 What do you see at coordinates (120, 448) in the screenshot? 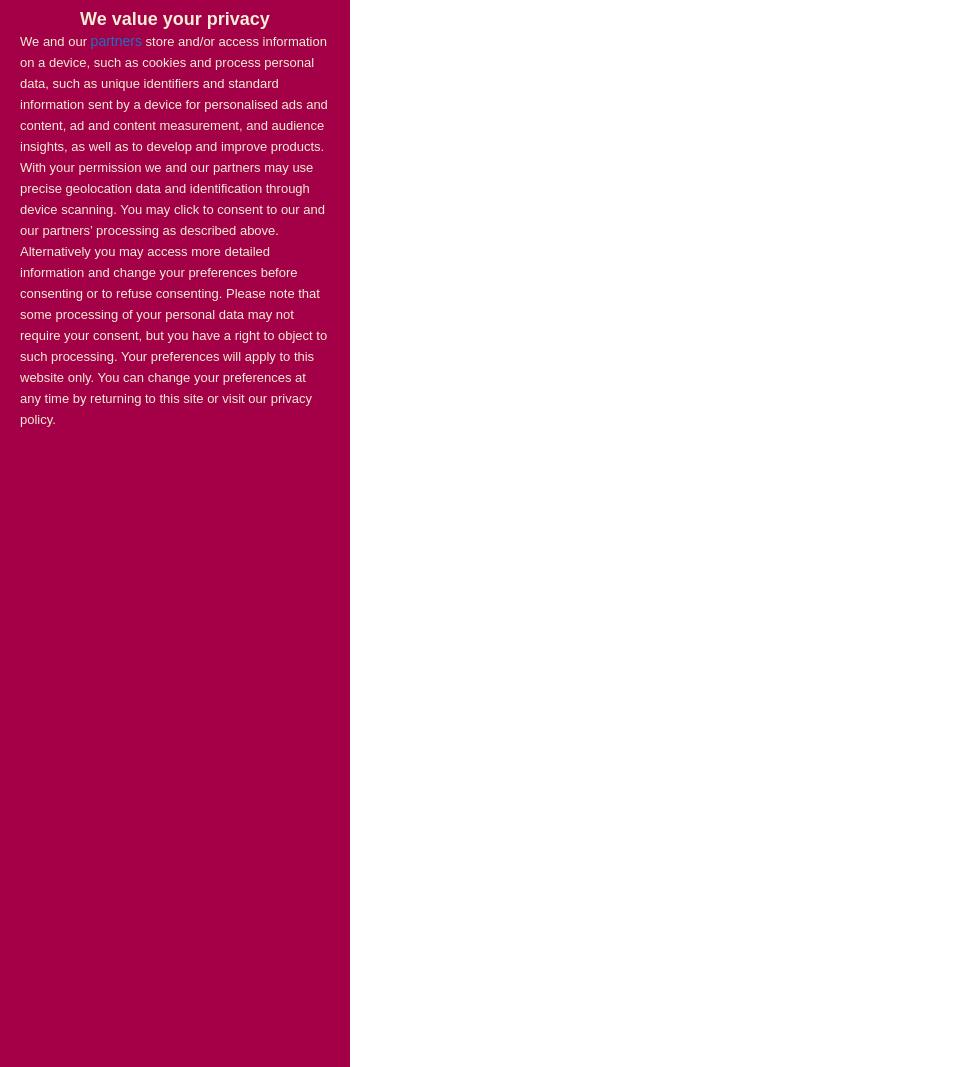
I see `'0'` at bounding box center [120, 448].